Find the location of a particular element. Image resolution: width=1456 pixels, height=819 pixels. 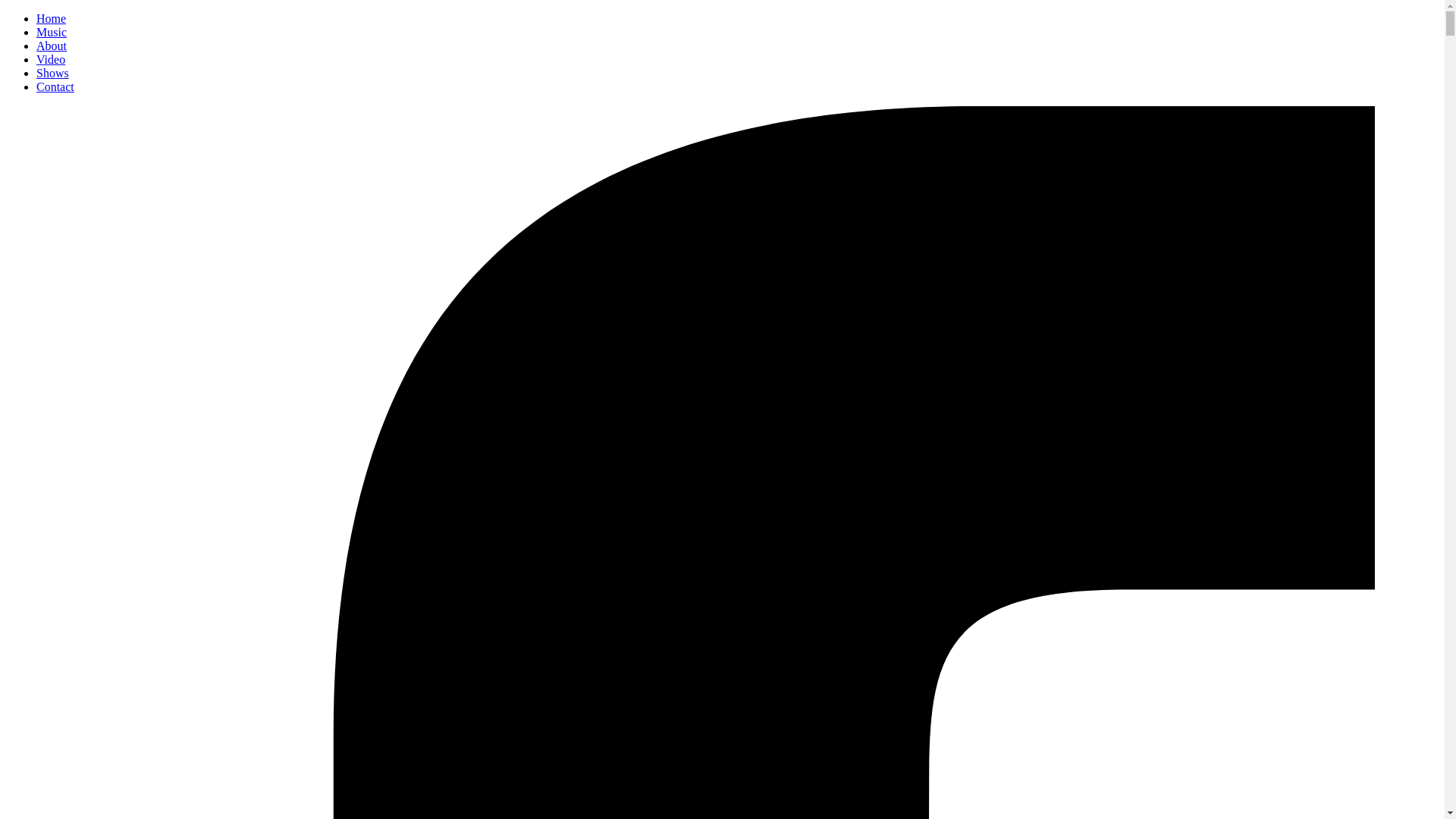

'Video' is located at coordinates (51, 58).